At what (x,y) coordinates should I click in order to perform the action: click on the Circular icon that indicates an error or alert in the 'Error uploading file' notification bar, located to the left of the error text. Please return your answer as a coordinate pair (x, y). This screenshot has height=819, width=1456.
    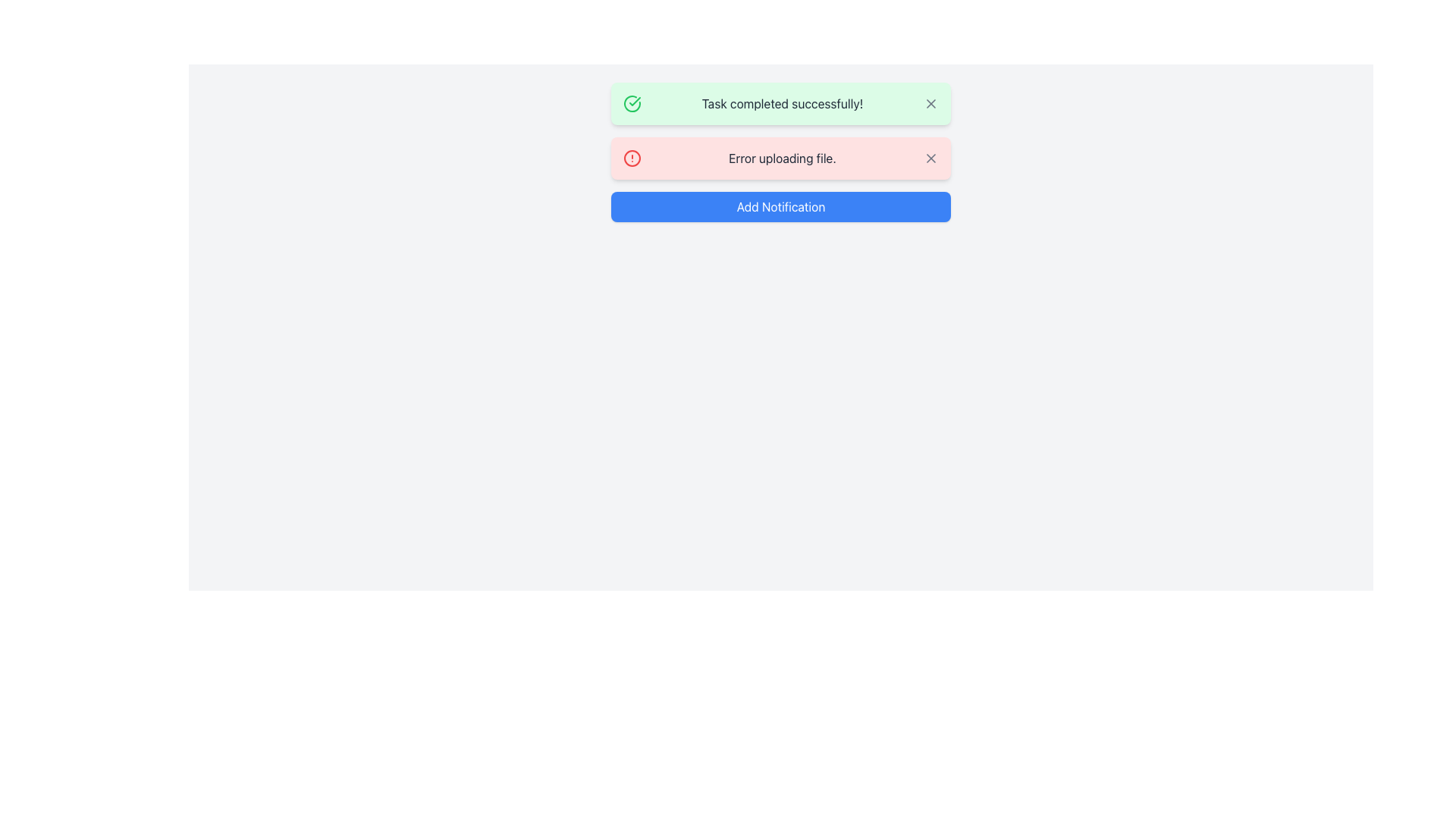
    Looking at the image, I should click on (632, 158).